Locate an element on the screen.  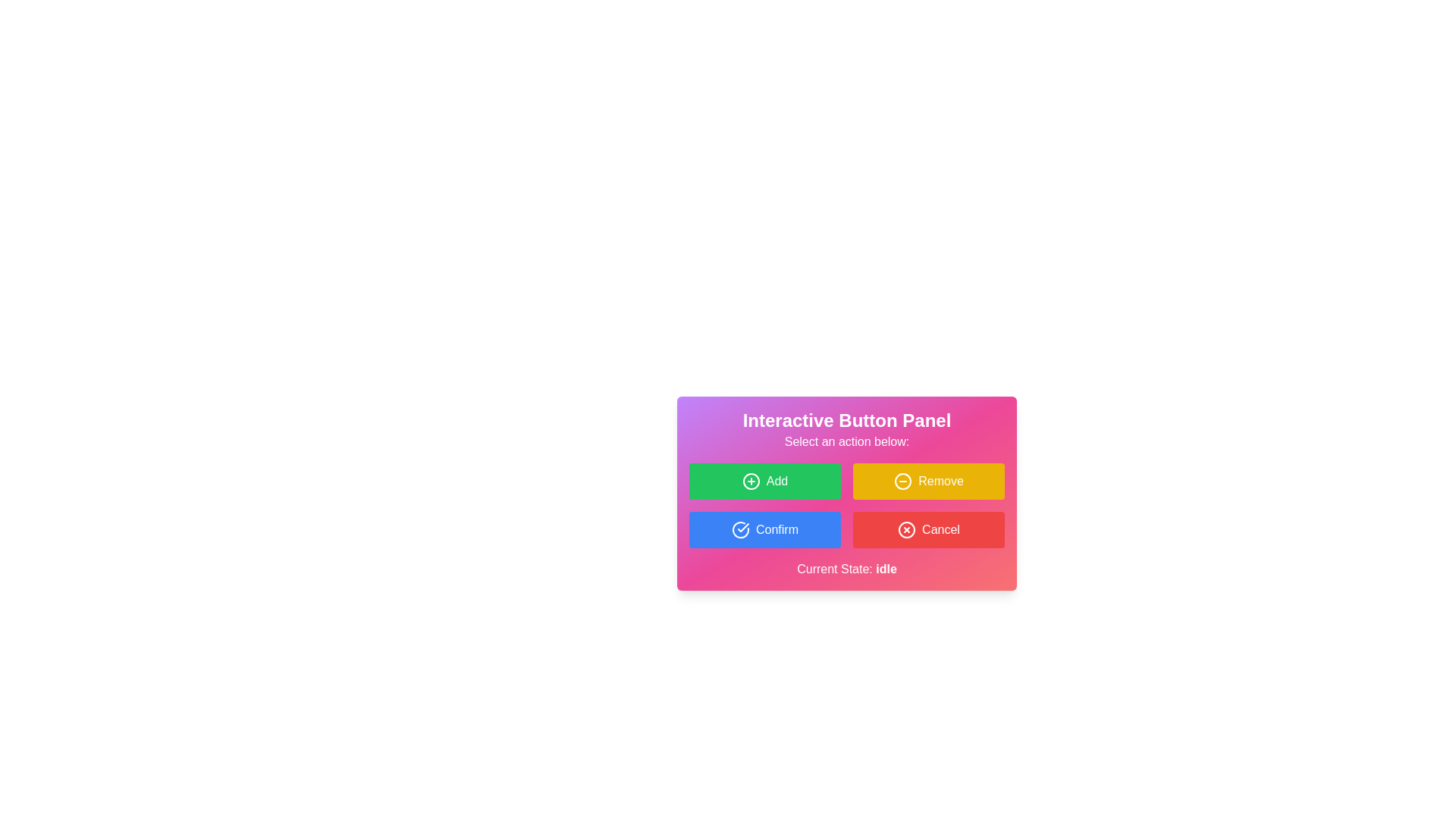
the decorative graphical element within the 'Remove' button located at the top-right side of the four-button panel is located at coordinates (903, 482).